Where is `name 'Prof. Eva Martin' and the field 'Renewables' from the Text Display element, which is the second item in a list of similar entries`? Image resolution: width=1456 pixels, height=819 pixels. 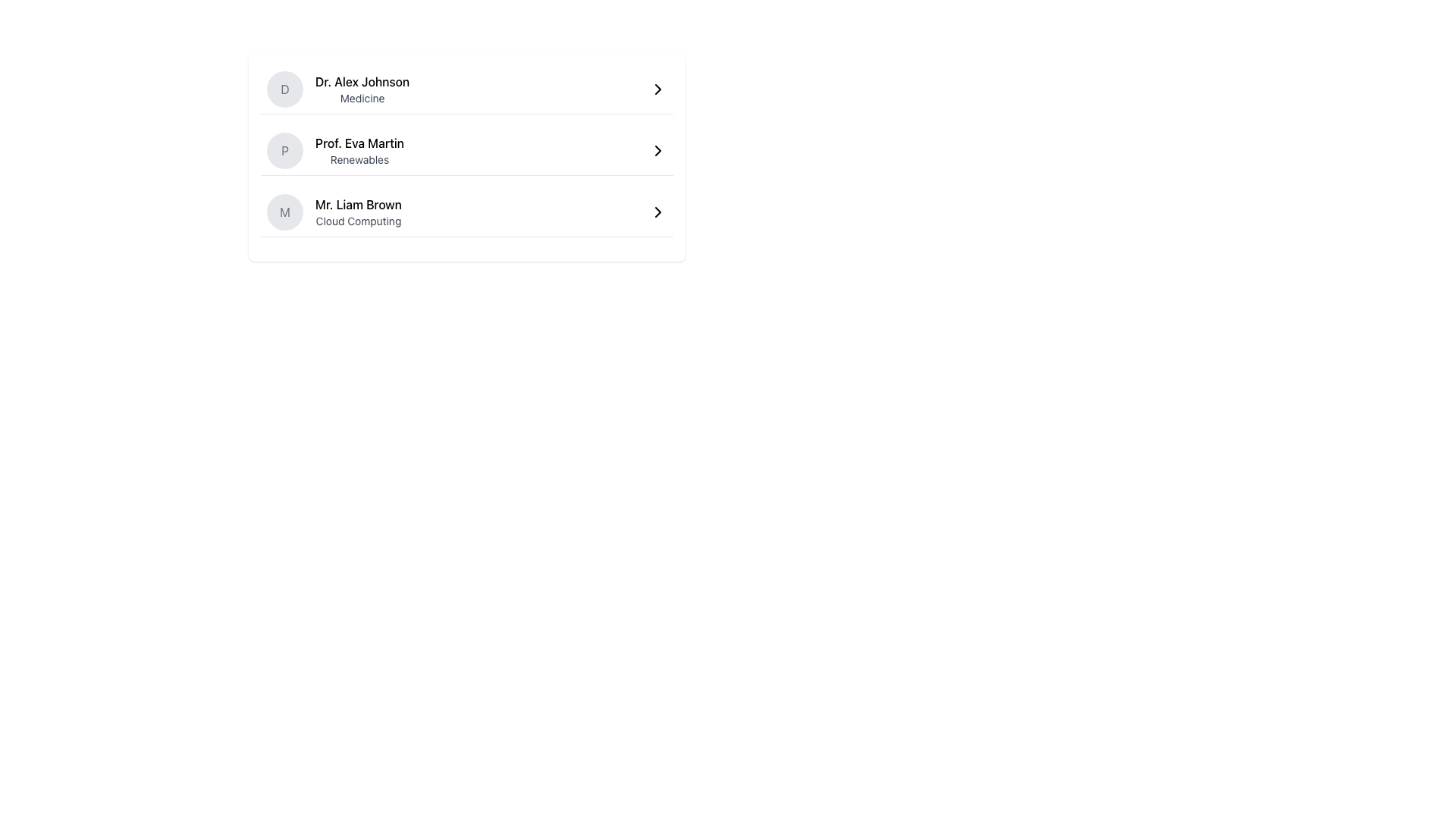
name 'Prof. Eva Martin' and the field 'Renewables' from the Text Display element, which is the second item in a list of similar entries is located at coordinates (359, 151).